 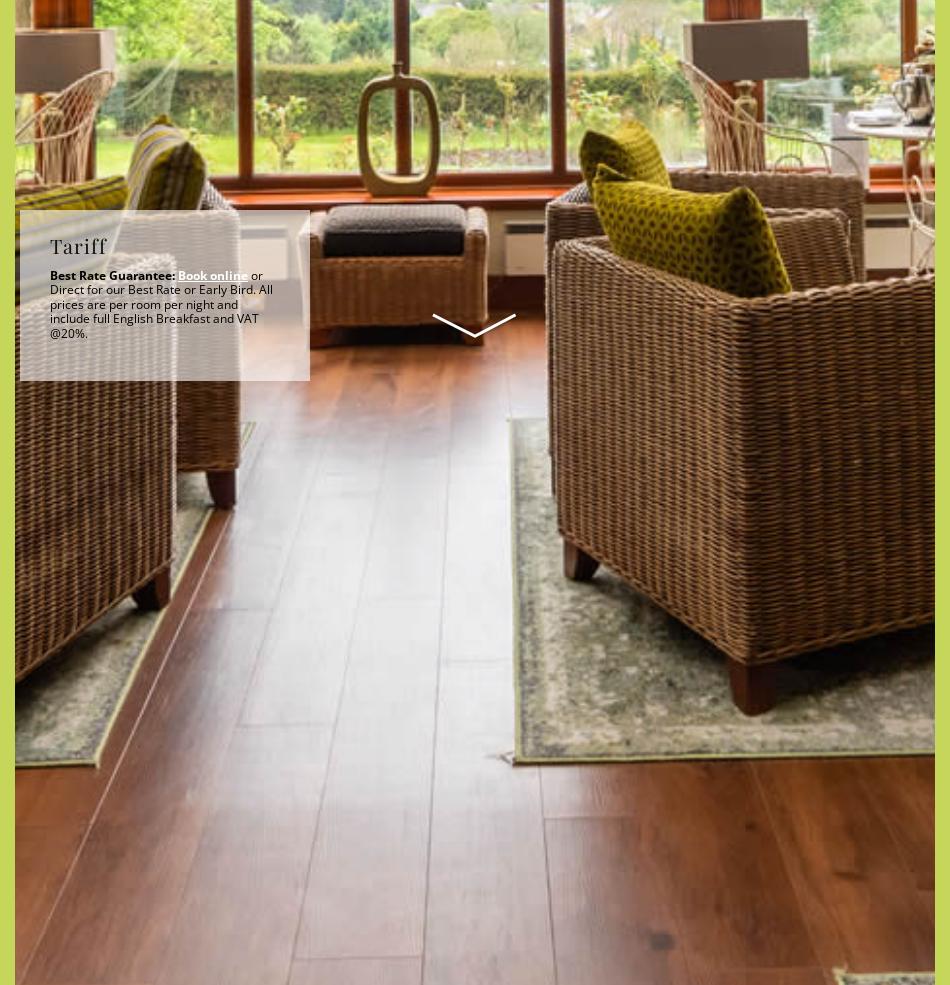 I want to click on 'please book direct above or call us on', so click(x=499, y=175).